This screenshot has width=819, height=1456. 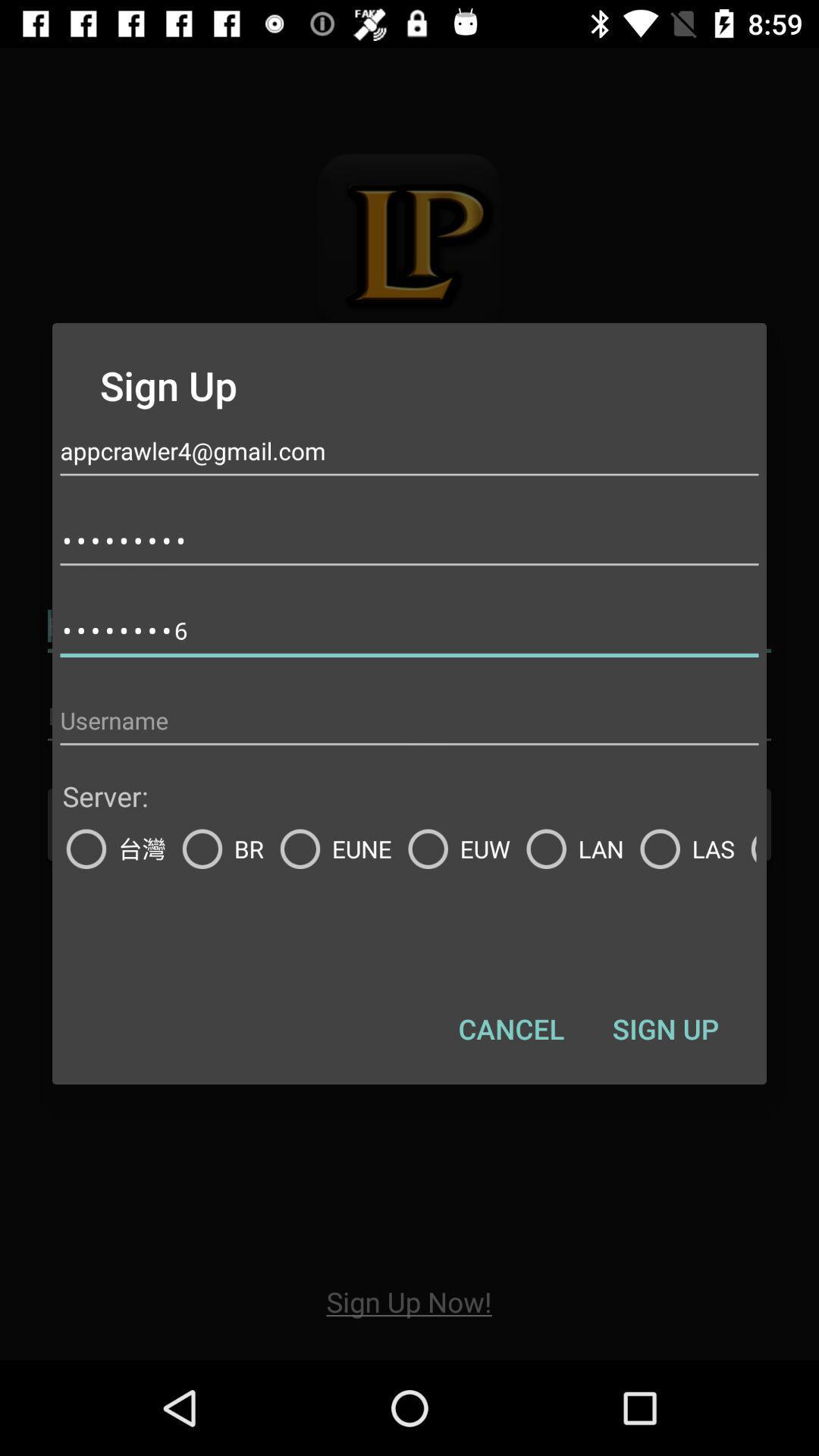 What do you see at coordinates (409, 720) in the screenshot?
I see `type username` at bounding box center [409, 720].